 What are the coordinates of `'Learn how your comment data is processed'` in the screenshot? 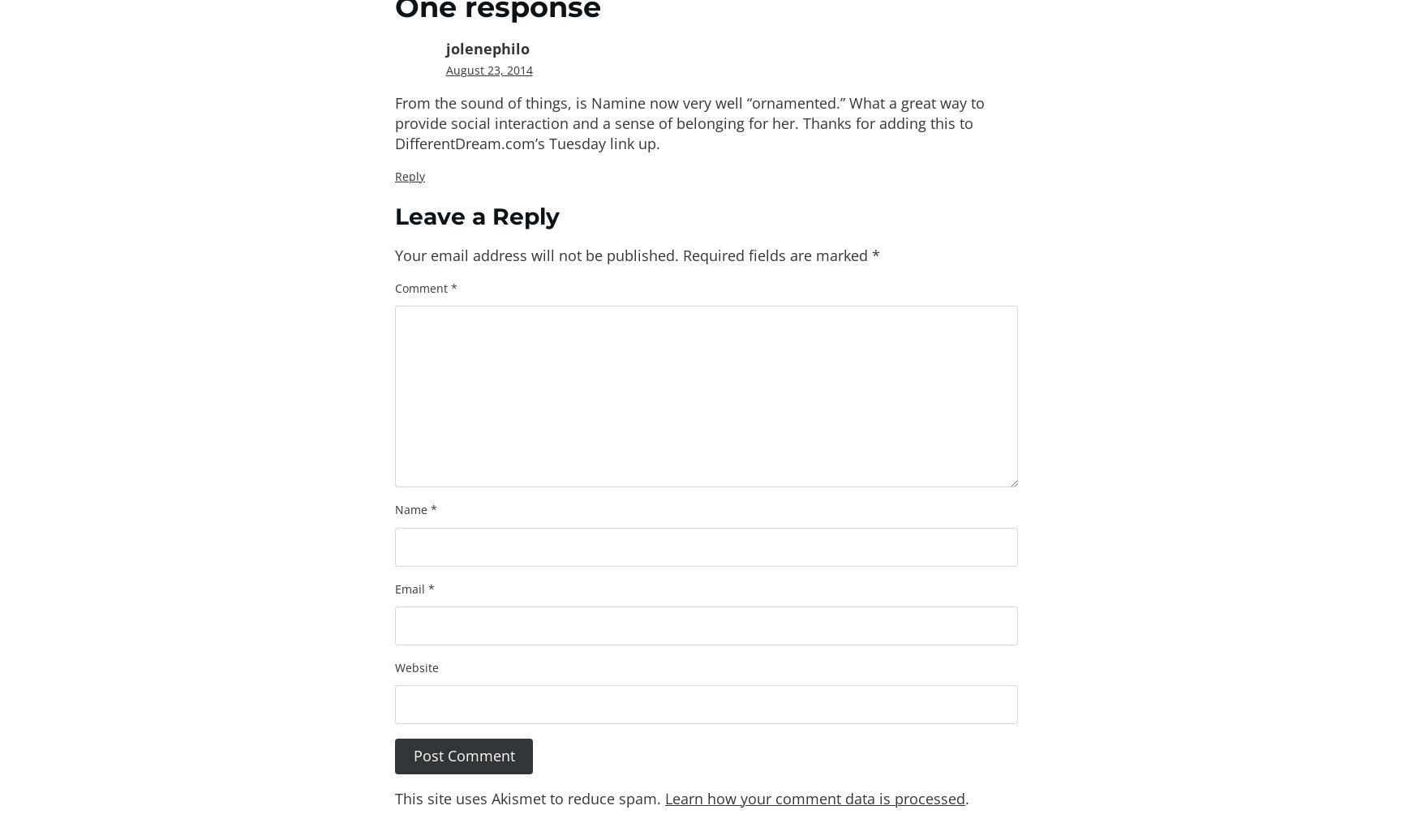 It's located at (814, 797).